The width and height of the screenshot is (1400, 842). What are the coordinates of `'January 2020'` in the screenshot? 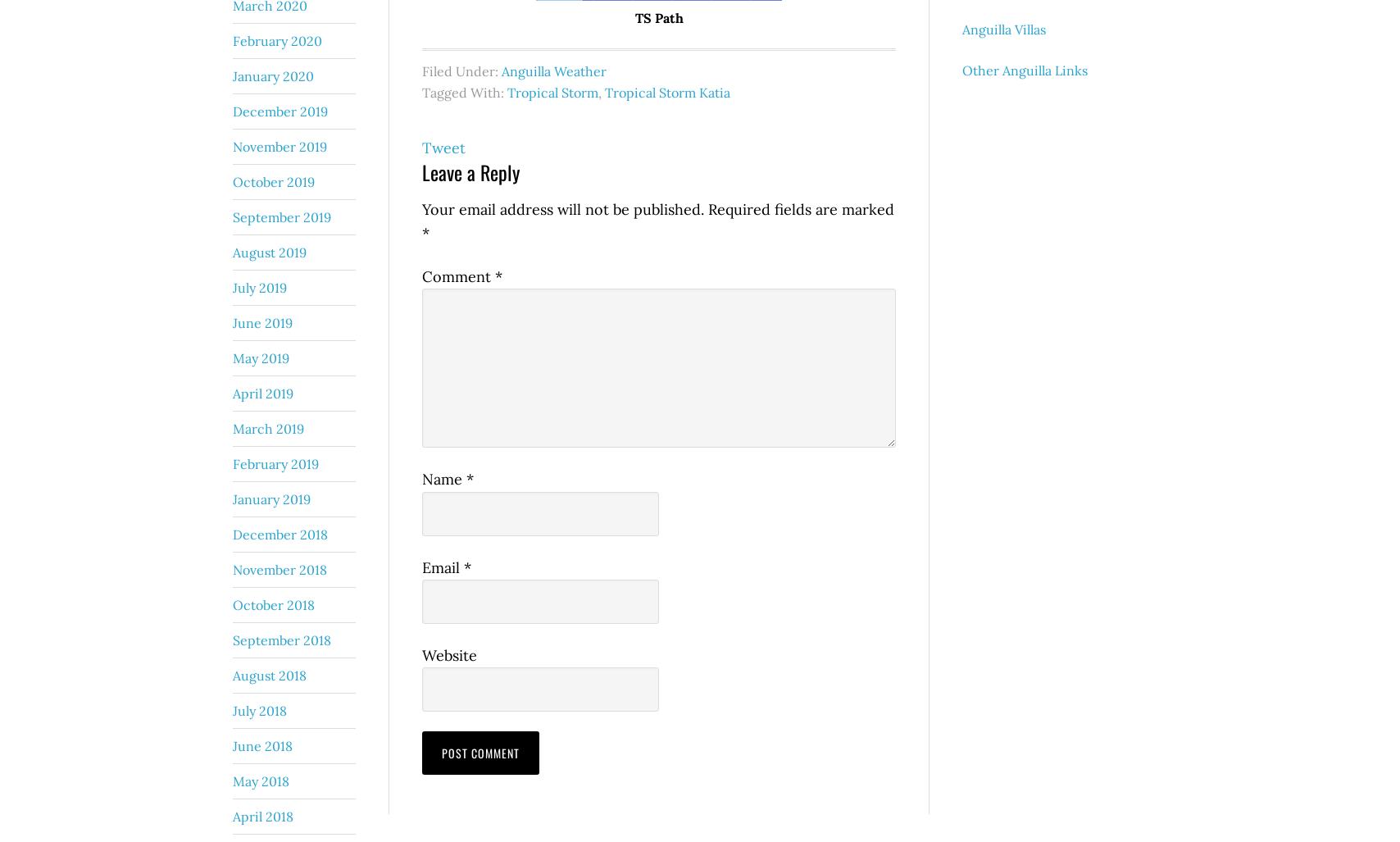 It's located at (273, 75).